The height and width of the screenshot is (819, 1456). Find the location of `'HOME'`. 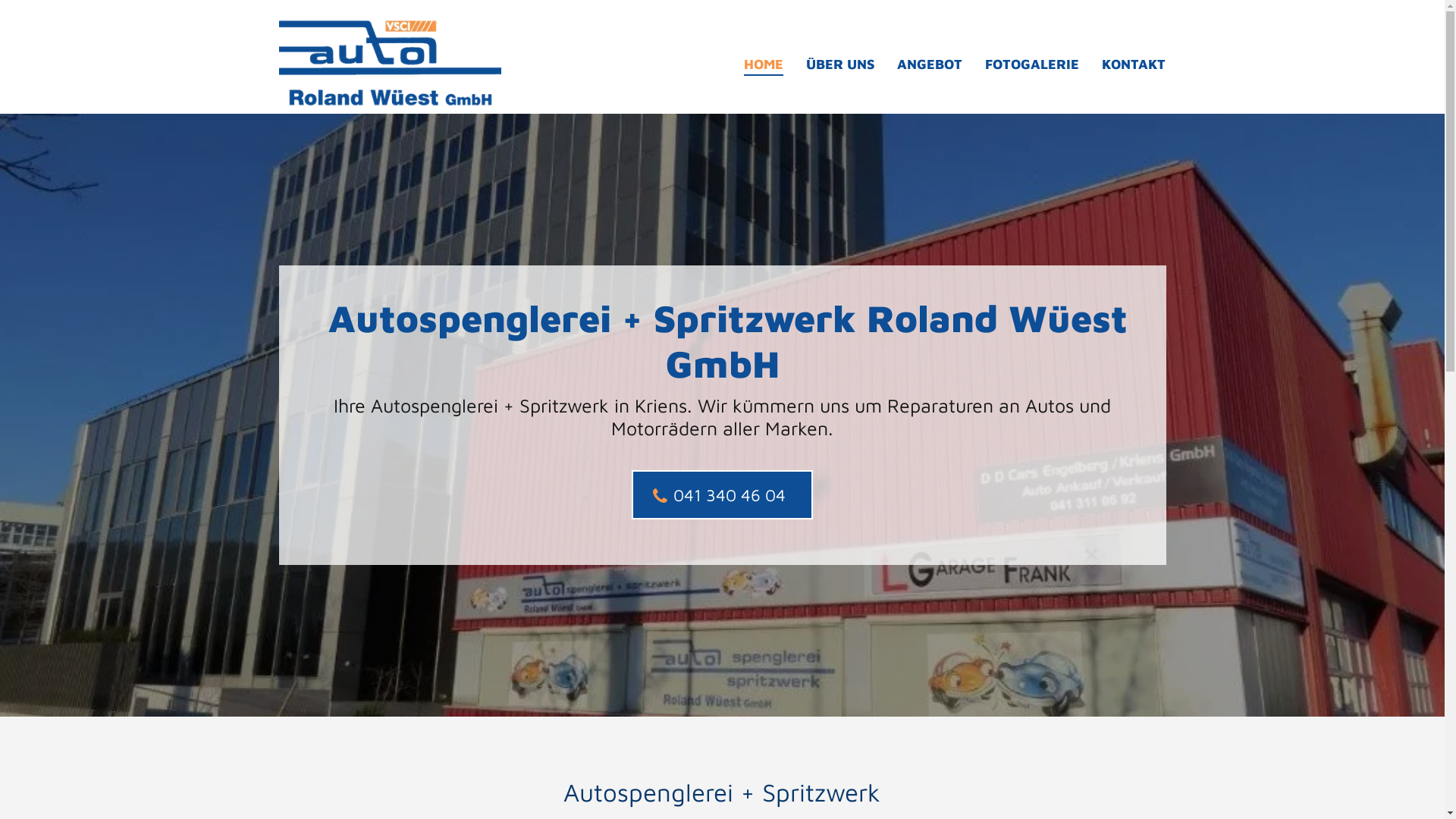

'HOME' is located at coordinates (764, 60).